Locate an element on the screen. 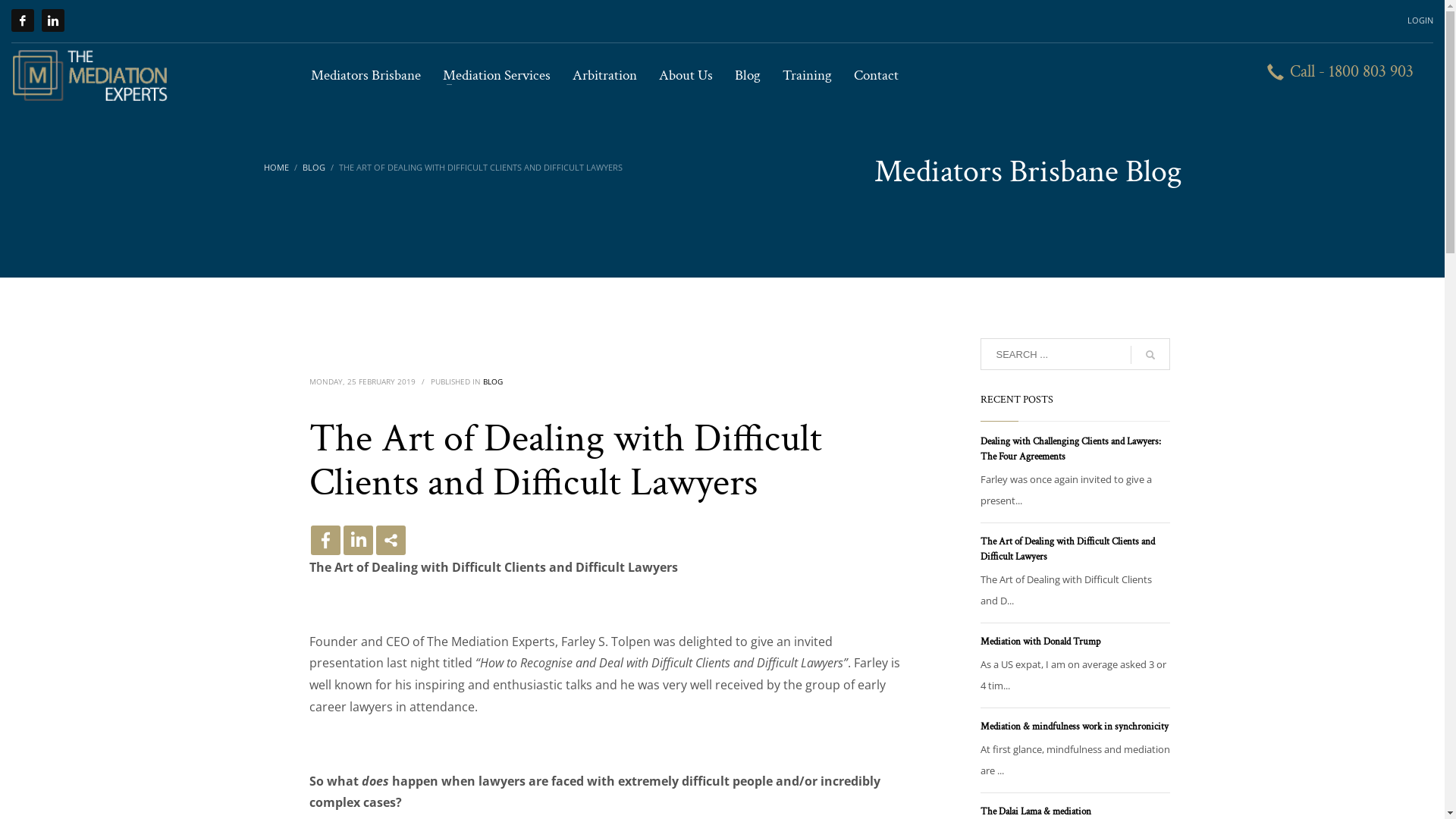 The height and width of the screenshot is (819, 1456). 'HOME' is located at coordinates (276, 167).